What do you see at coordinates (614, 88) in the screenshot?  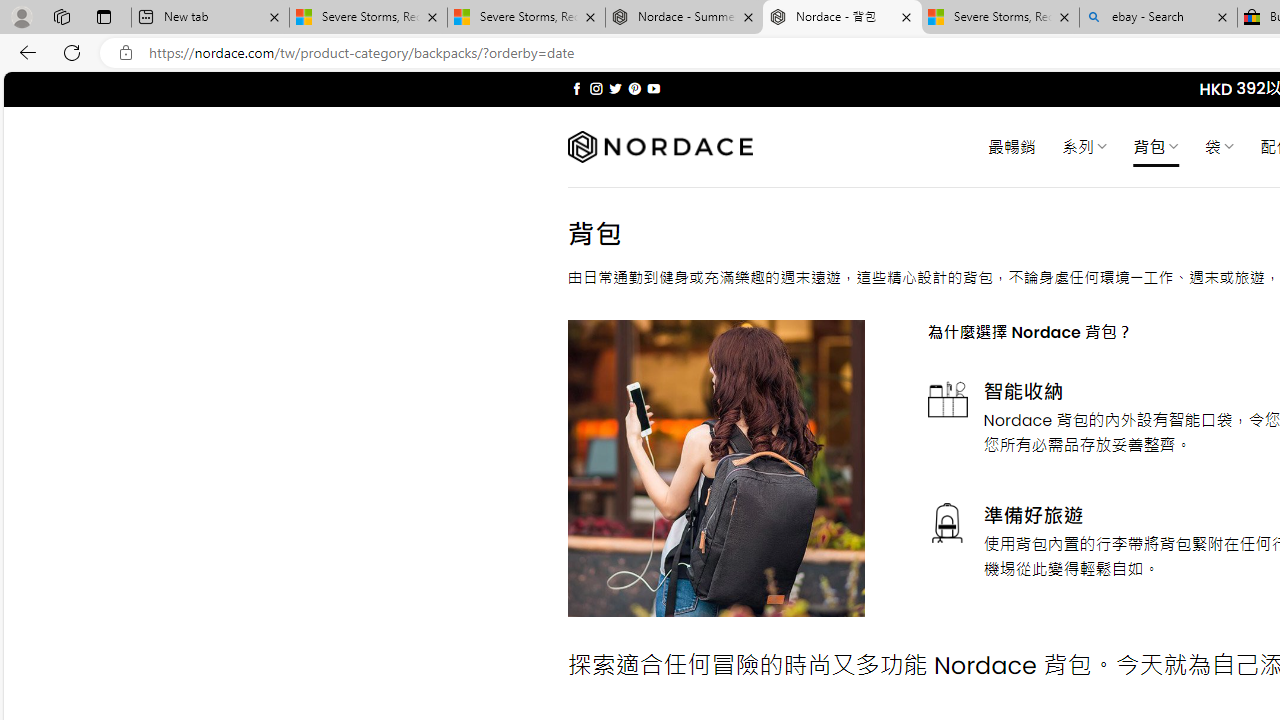 I see `'Follow on Twitter'` at bounding box center [614, 88].